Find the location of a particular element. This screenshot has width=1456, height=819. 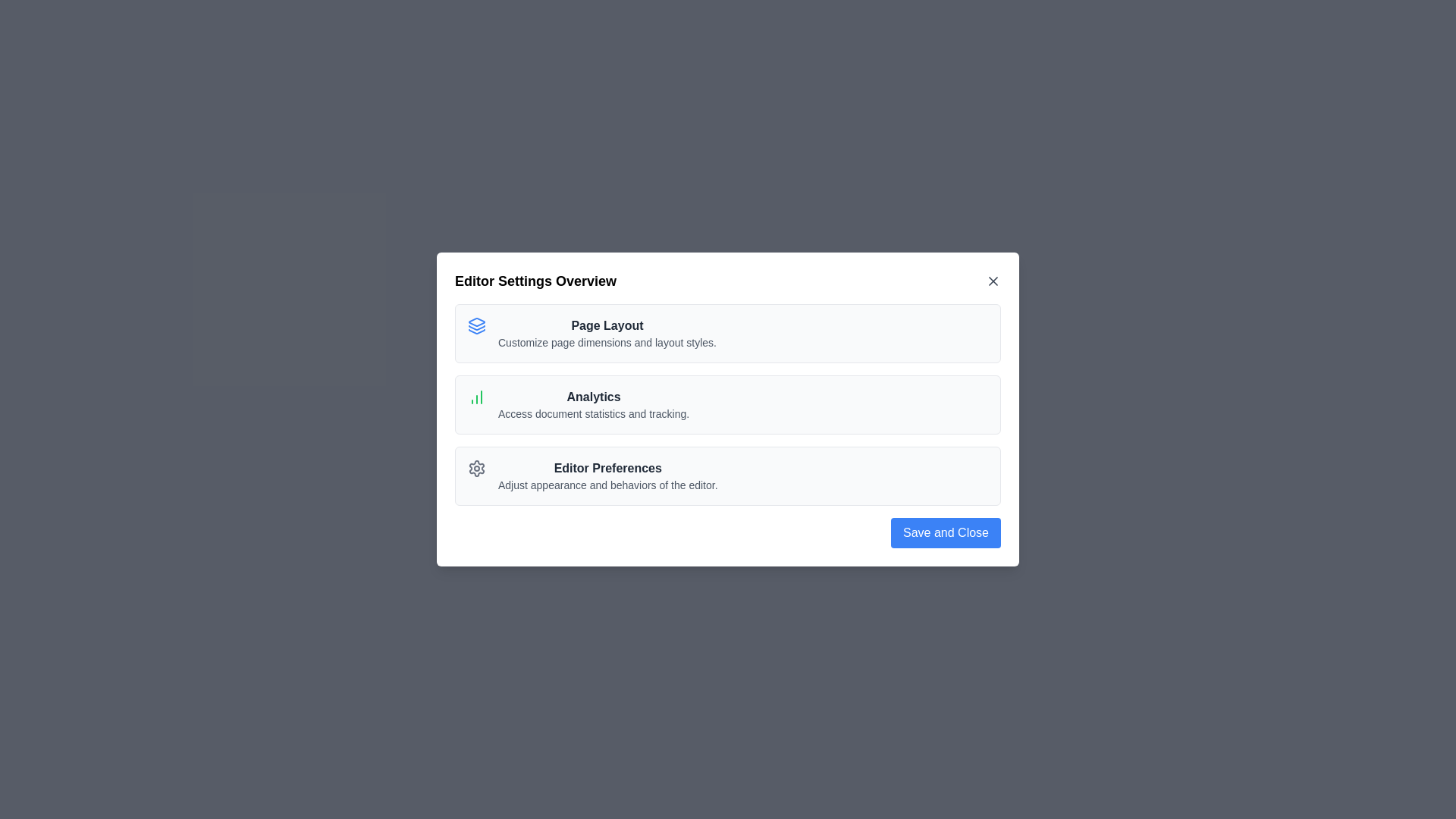

the option Page Layout to interact with it is located at coordinates (607, 332).